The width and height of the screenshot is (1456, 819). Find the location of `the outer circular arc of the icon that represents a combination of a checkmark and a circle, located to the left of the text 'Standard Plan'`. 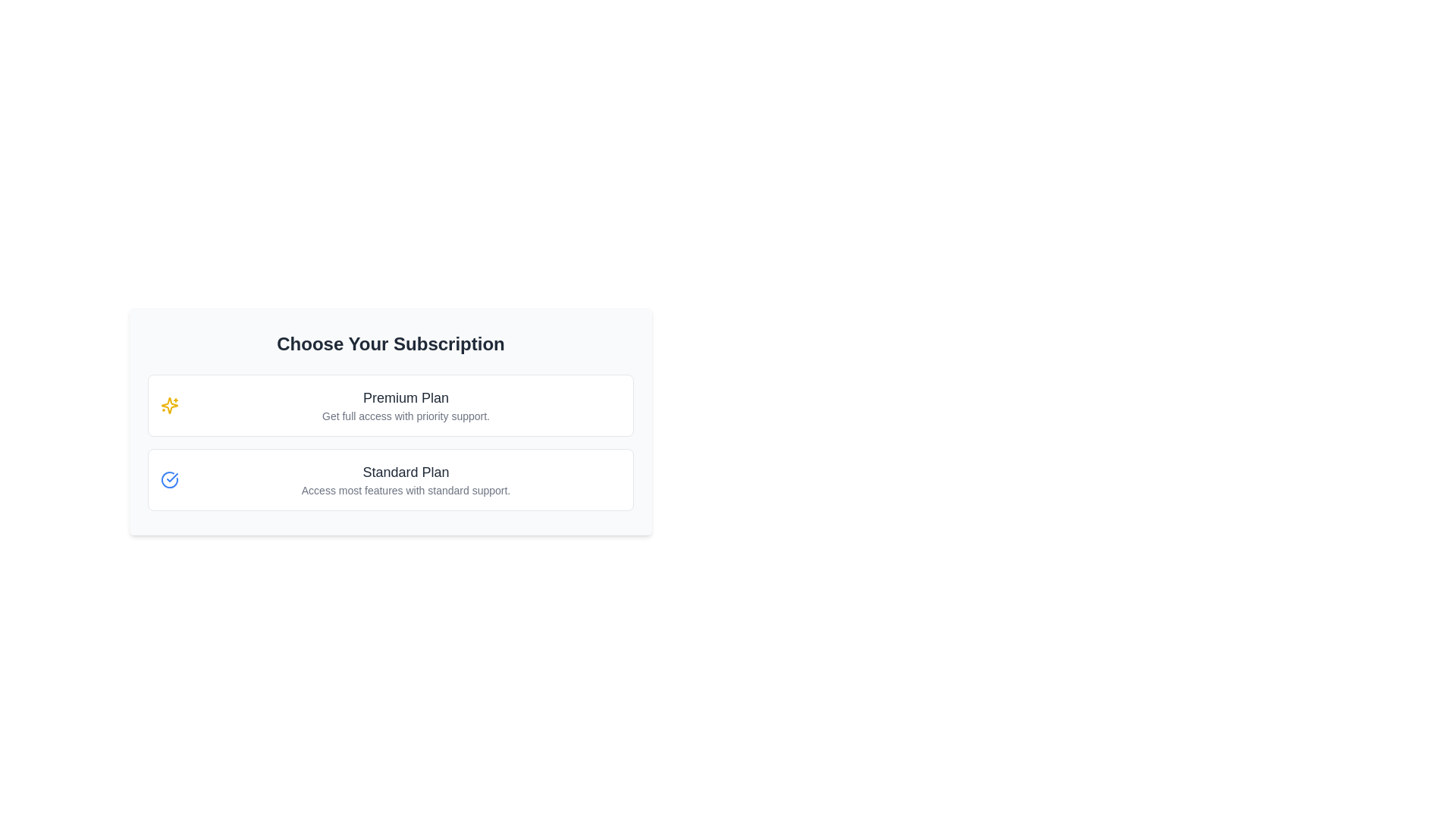

the outer circular arc of the icon that represents a combination of a checkmark and a circle, located to the left of the text 'Standard Plan' is located at coordinates (170, 479).